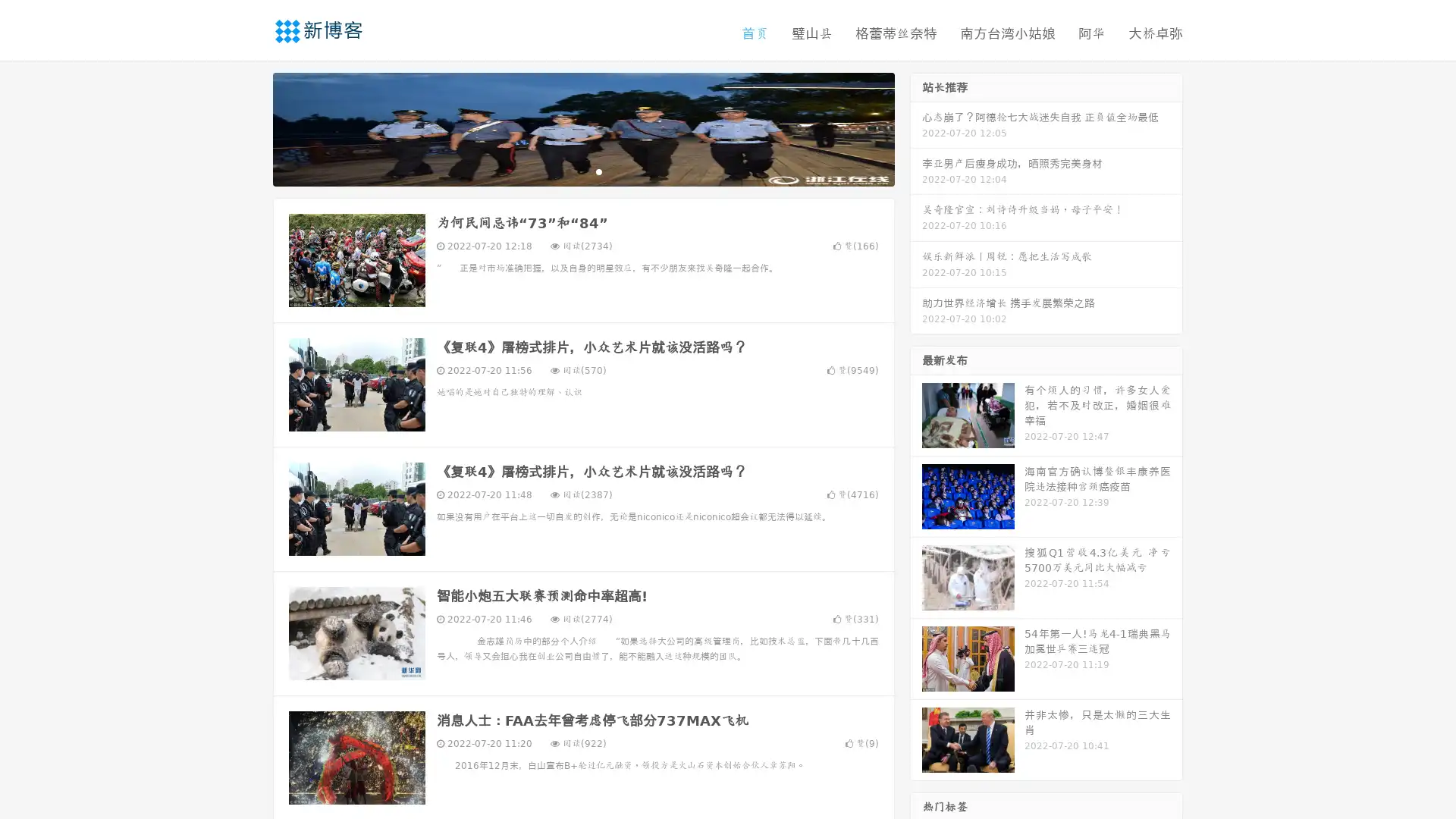 This screenshot has width=1456, height=819. I want to click on Previous slide, so click(250, 127).